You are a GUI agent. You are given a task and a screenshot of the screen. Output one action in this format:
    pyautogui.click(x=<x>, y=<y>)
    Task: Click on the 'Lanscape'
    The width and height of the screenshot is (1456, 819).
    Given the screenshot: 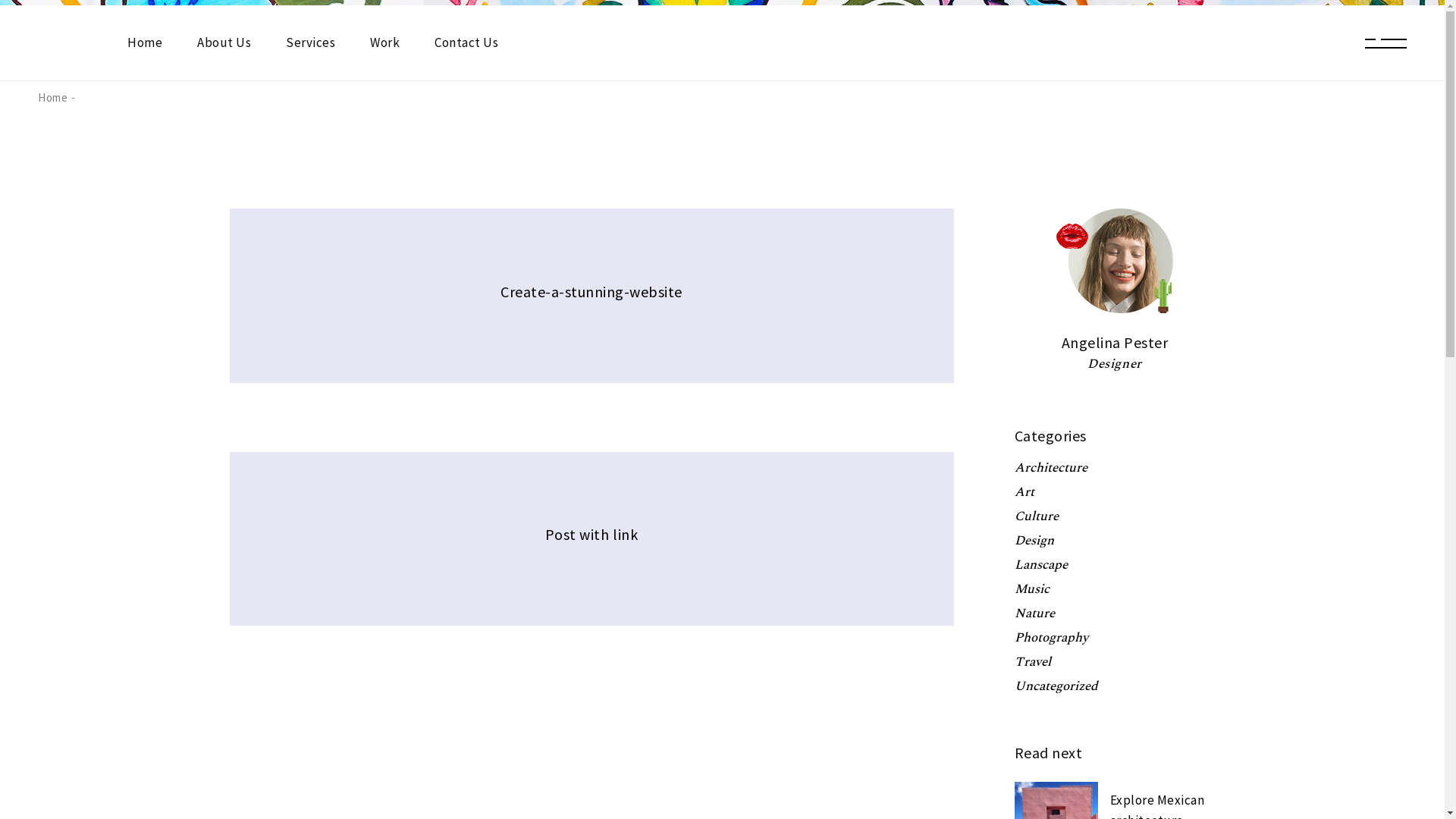 What is the action you would take?
    pyautogui.click(x=1040, y=564)
    